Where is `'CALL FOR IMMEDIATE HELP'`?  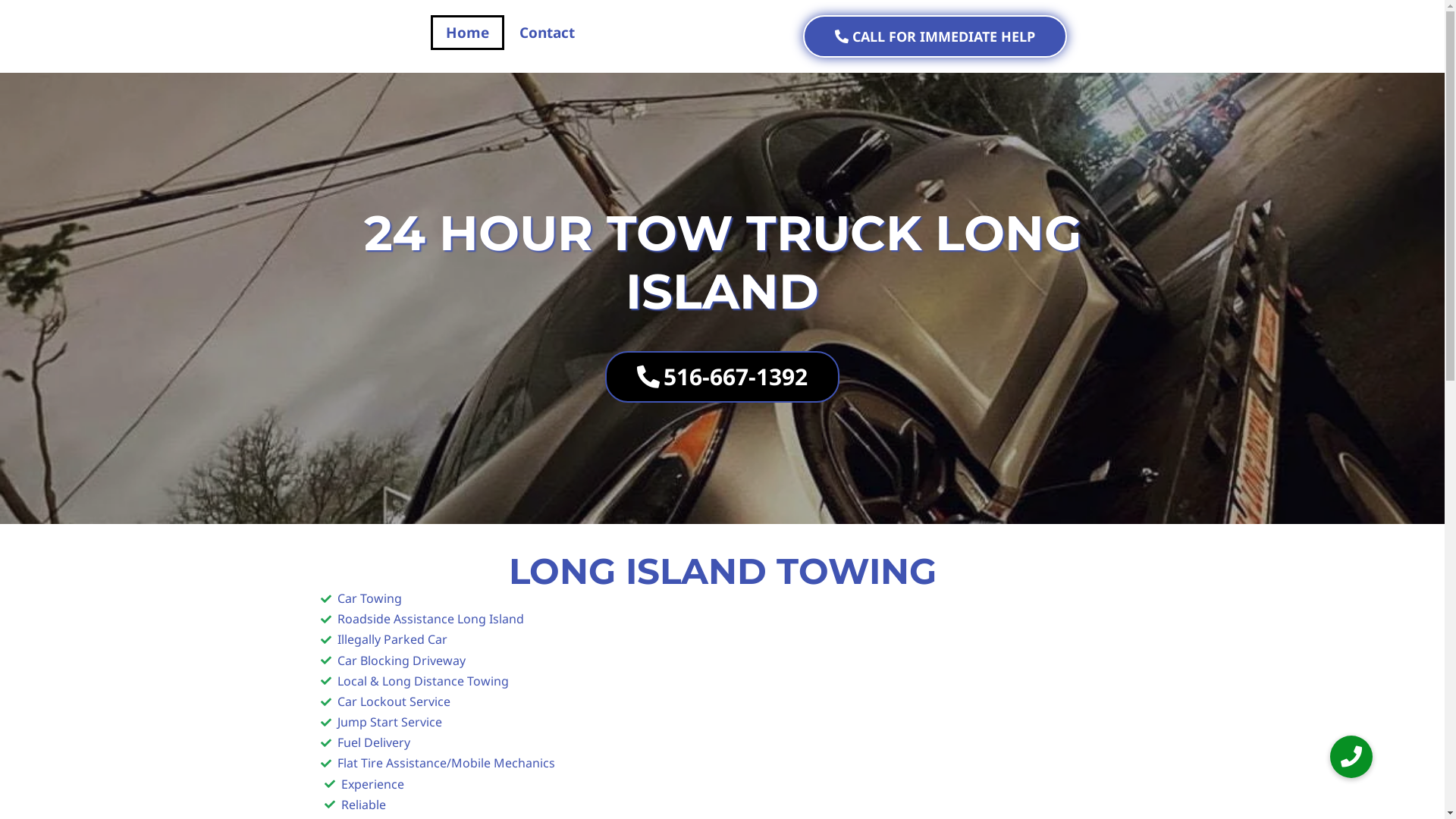 'CALL FOR IMMEDIATE HELP' is located at coordinates (934, 35).